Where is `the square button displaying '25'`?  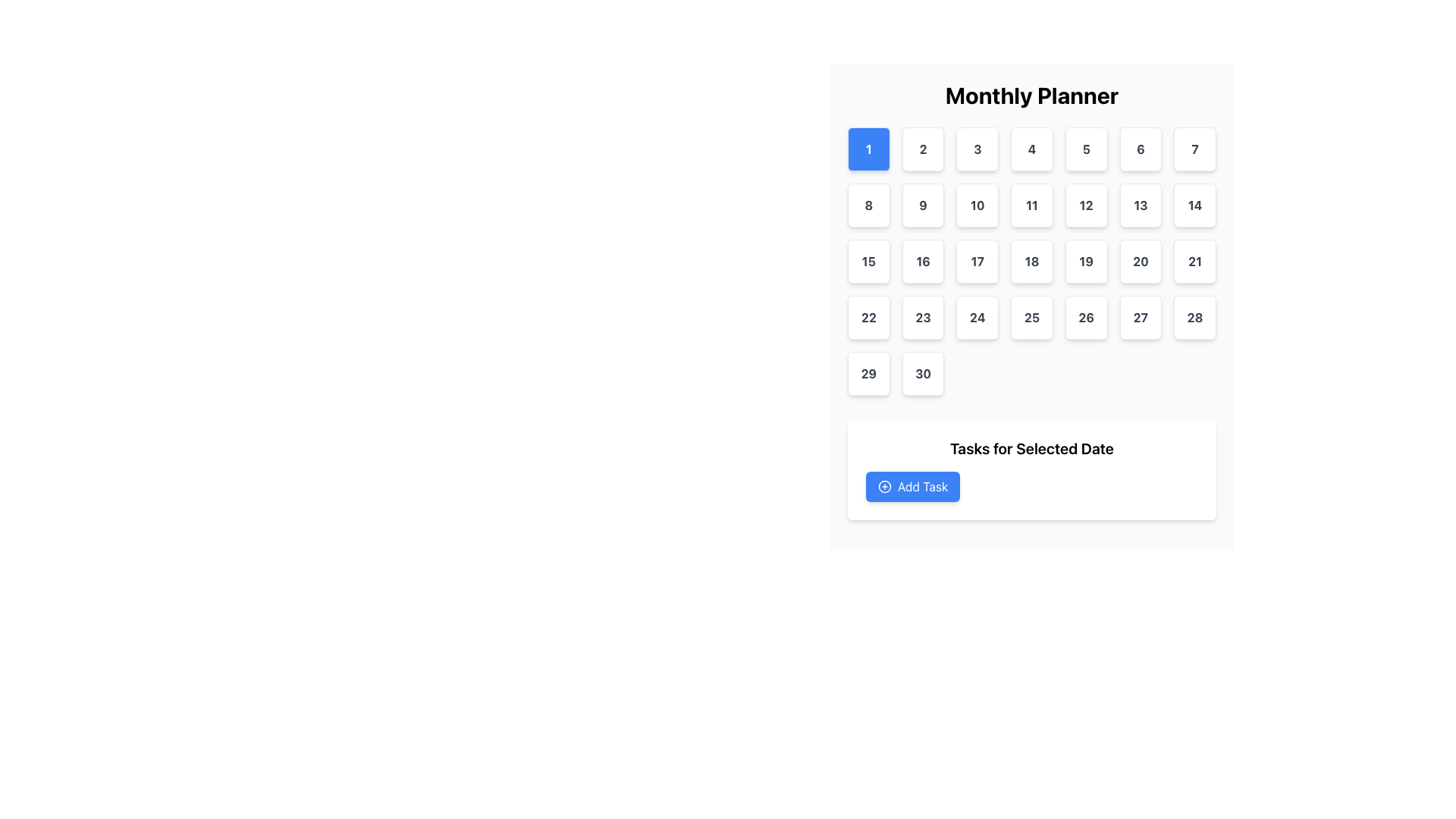 the square button displaying '25' is located at coordinates (1031, 317).